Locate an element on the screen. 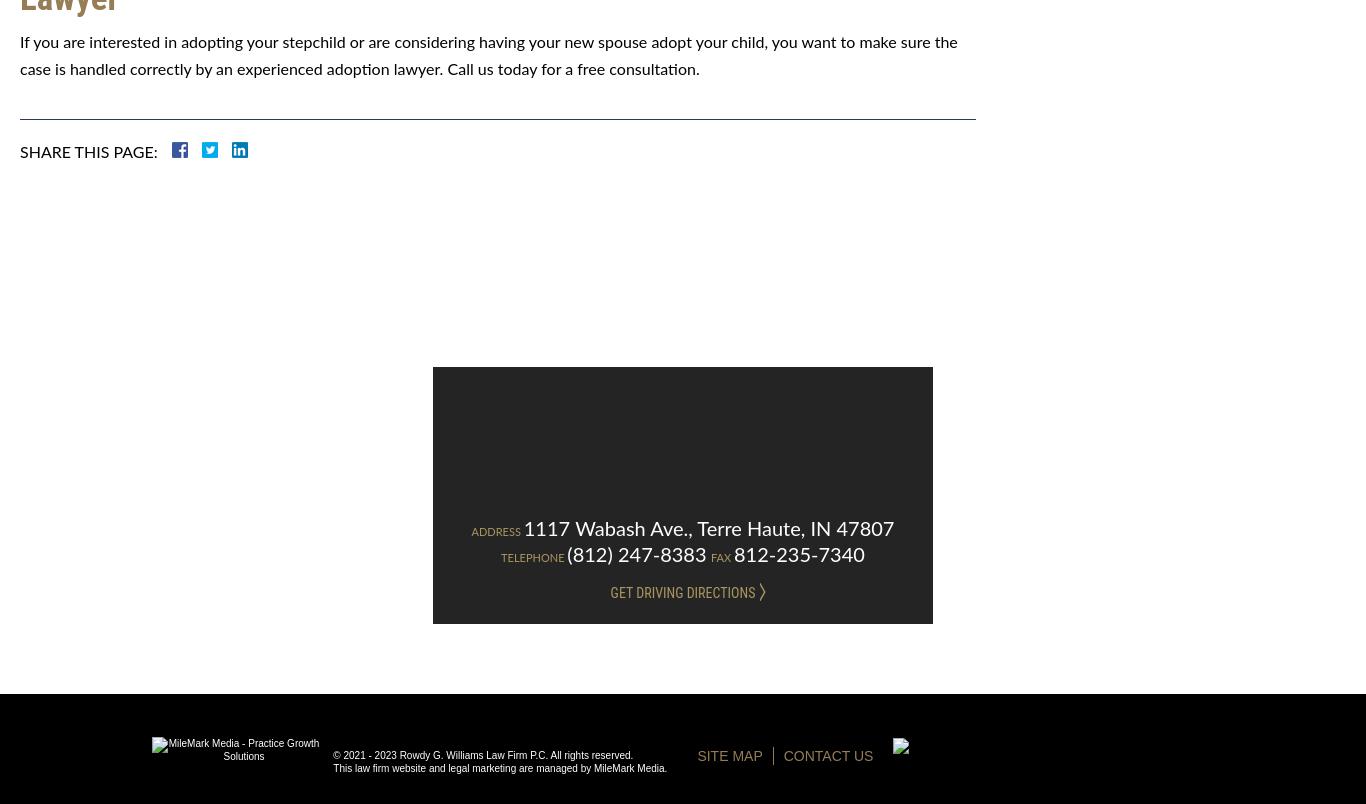 The width and height of the screenshot is (1366, 804). 'Contact Us' is located at coordinates (826, 755).